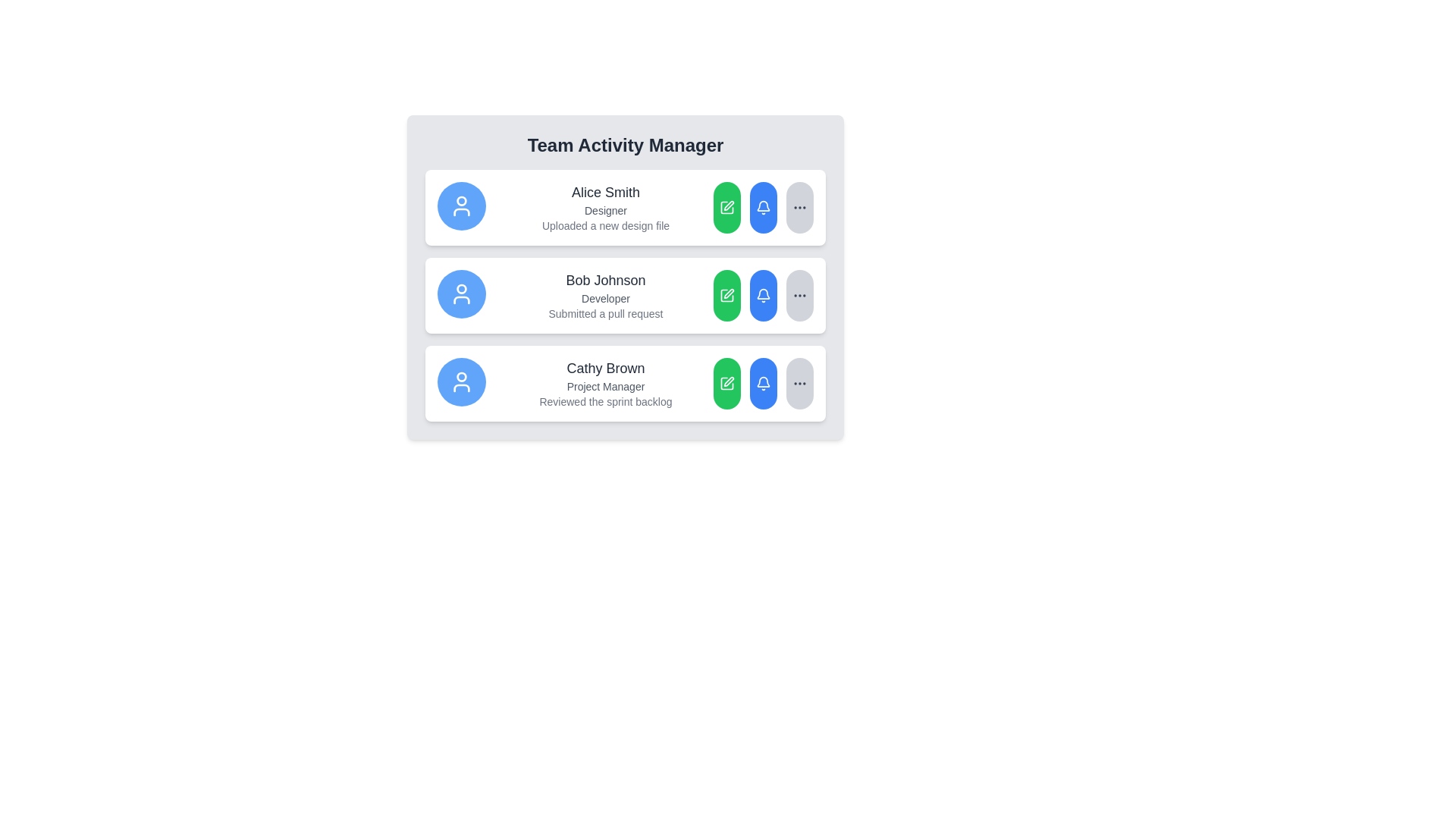  I want to click on the options button, which is the third button from the left in the last row of the actions section for the item labeled 'Cathy Brown', so click(799, 382).